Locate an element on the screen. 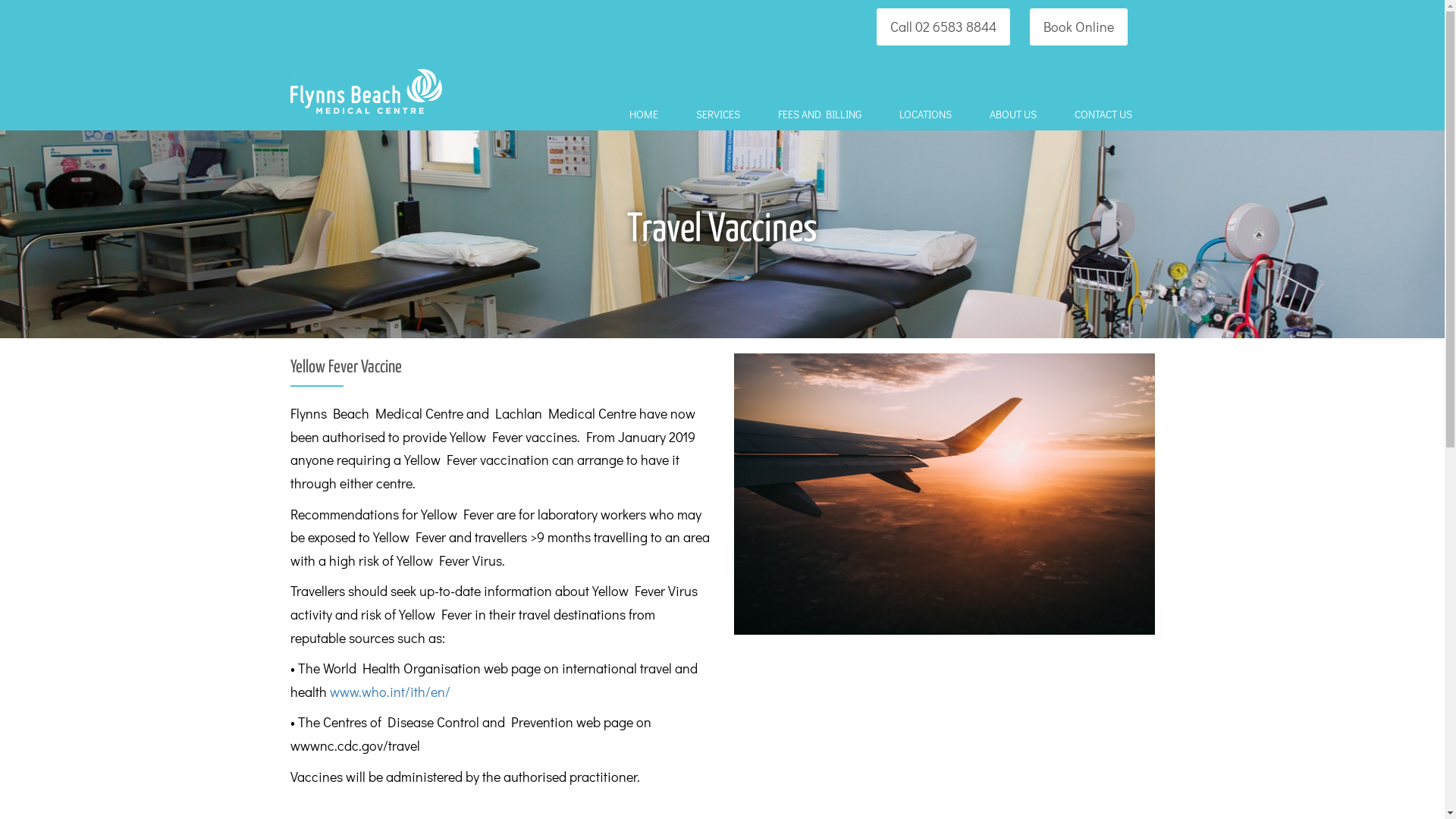  'CONTACT US' is located at coordinates (1106, 114).